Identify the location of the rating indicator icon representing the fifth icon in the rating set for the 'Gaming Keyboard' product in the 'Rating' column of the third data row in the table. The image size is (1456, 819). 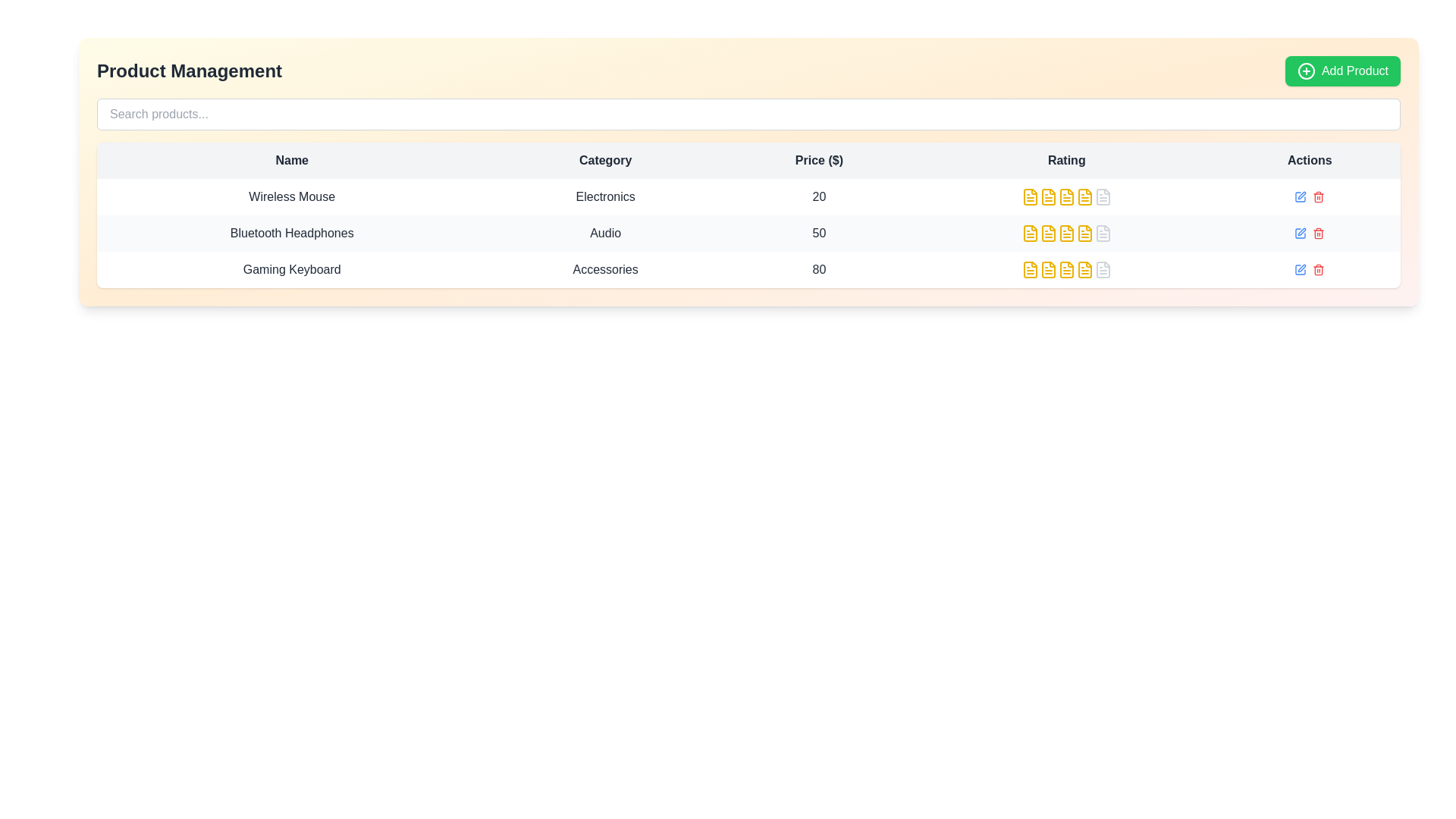
(1103, 268).